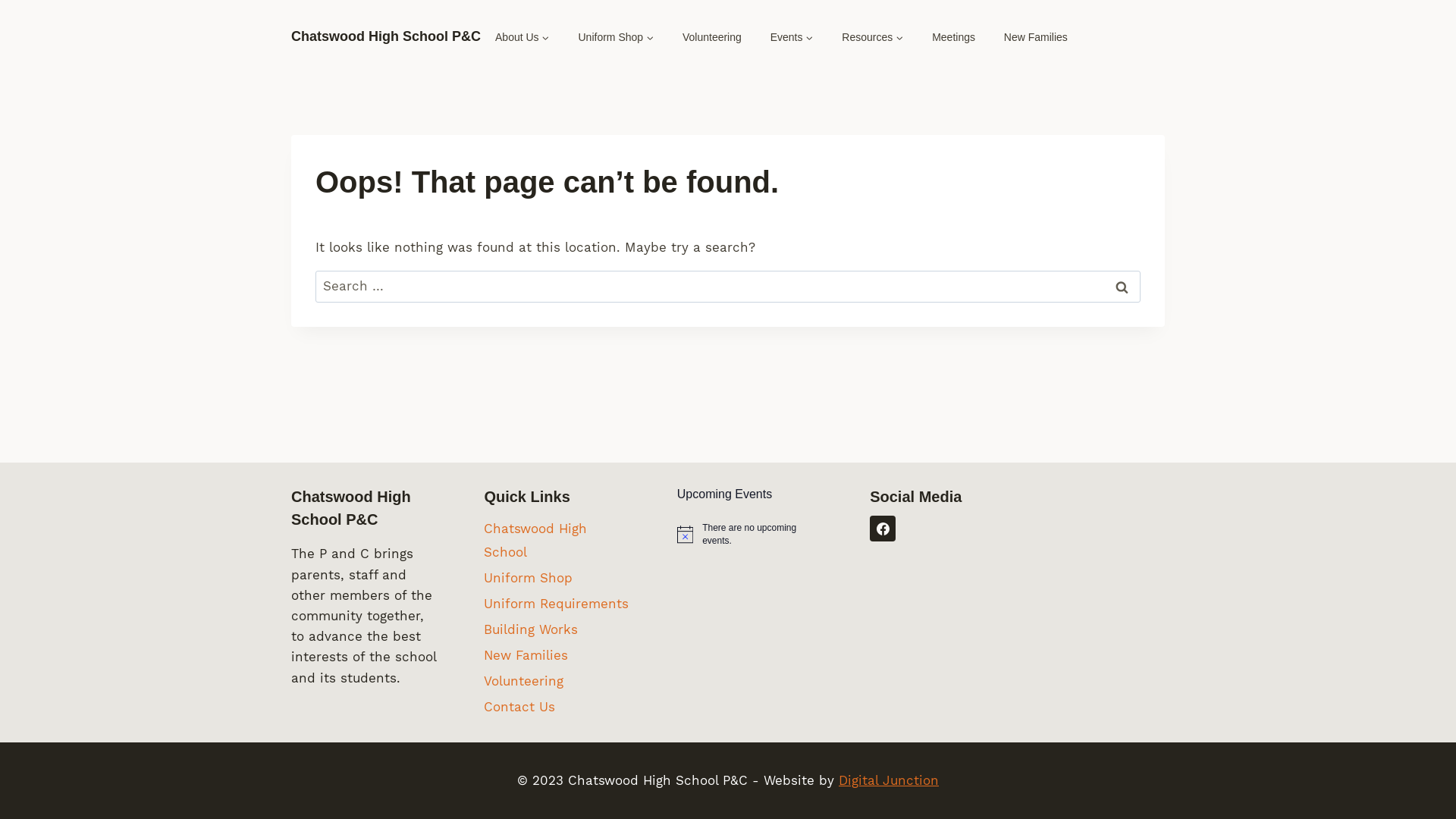  Describe the element at coordinates (615, 36) in the screenshot. I see `'Uniform Shop'` at that location.